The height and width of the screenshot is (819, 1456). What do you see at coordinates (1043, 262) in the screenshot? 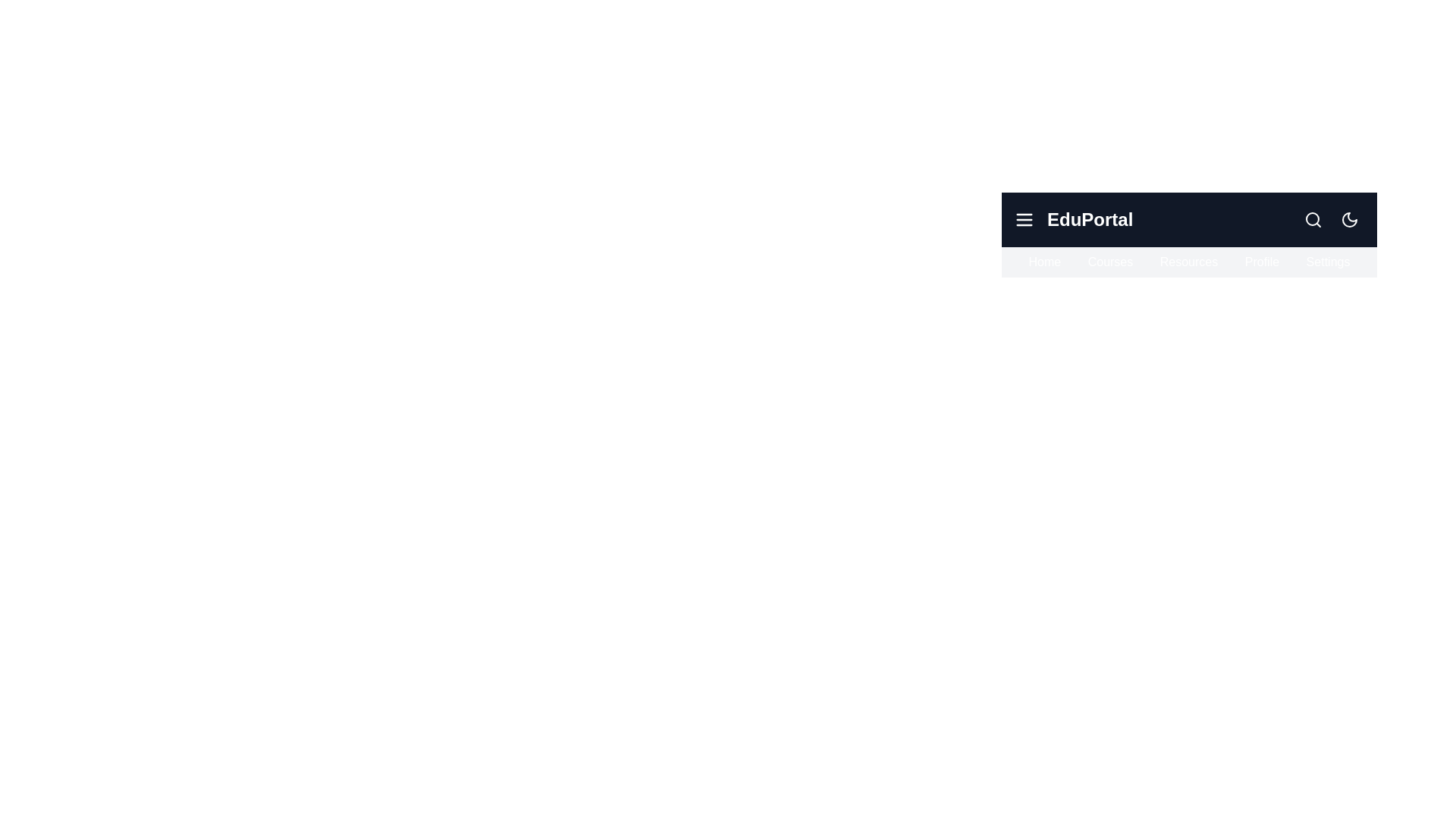
I see `the navigation item Home from the navigation bar` at bounding box center [1043, 262].